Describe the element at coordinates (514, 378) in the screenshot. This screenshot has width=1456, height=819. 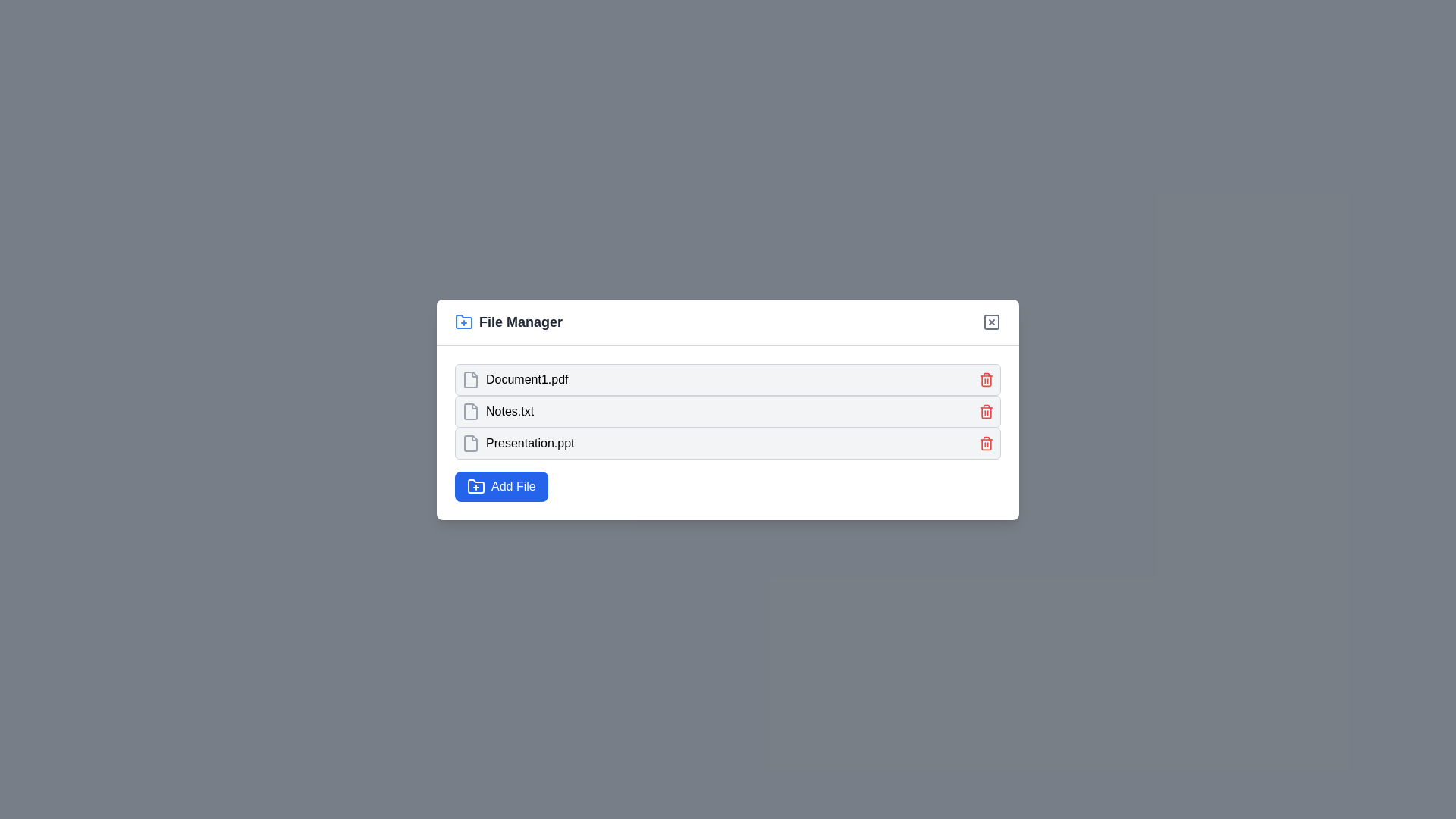
I see `the list item labeled 'Document1.pdf' with a file icon` at that location.